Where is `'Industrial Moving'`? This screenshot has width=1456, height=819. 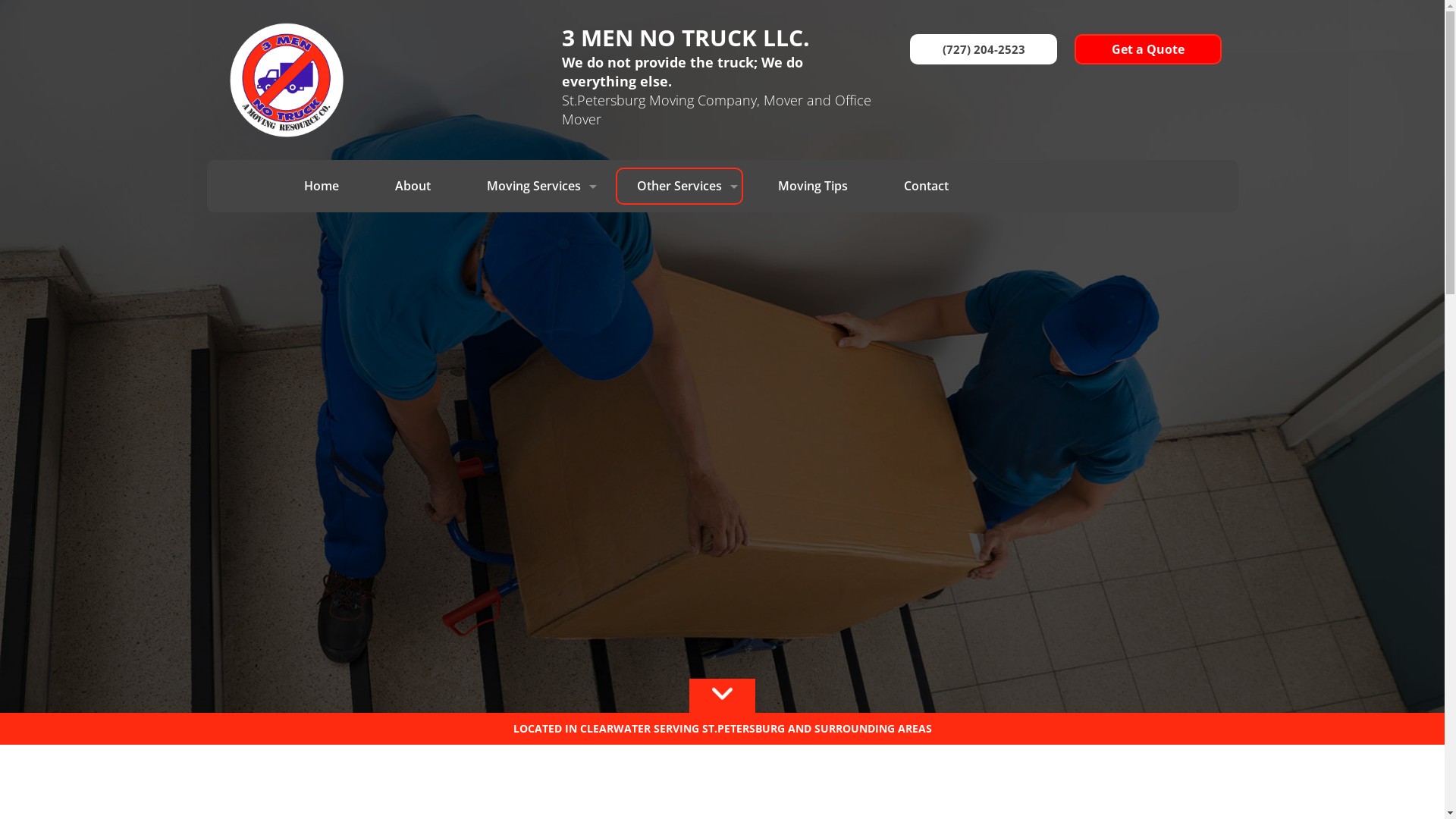
'Industrial Moving' is located at coordinates (465, 341).